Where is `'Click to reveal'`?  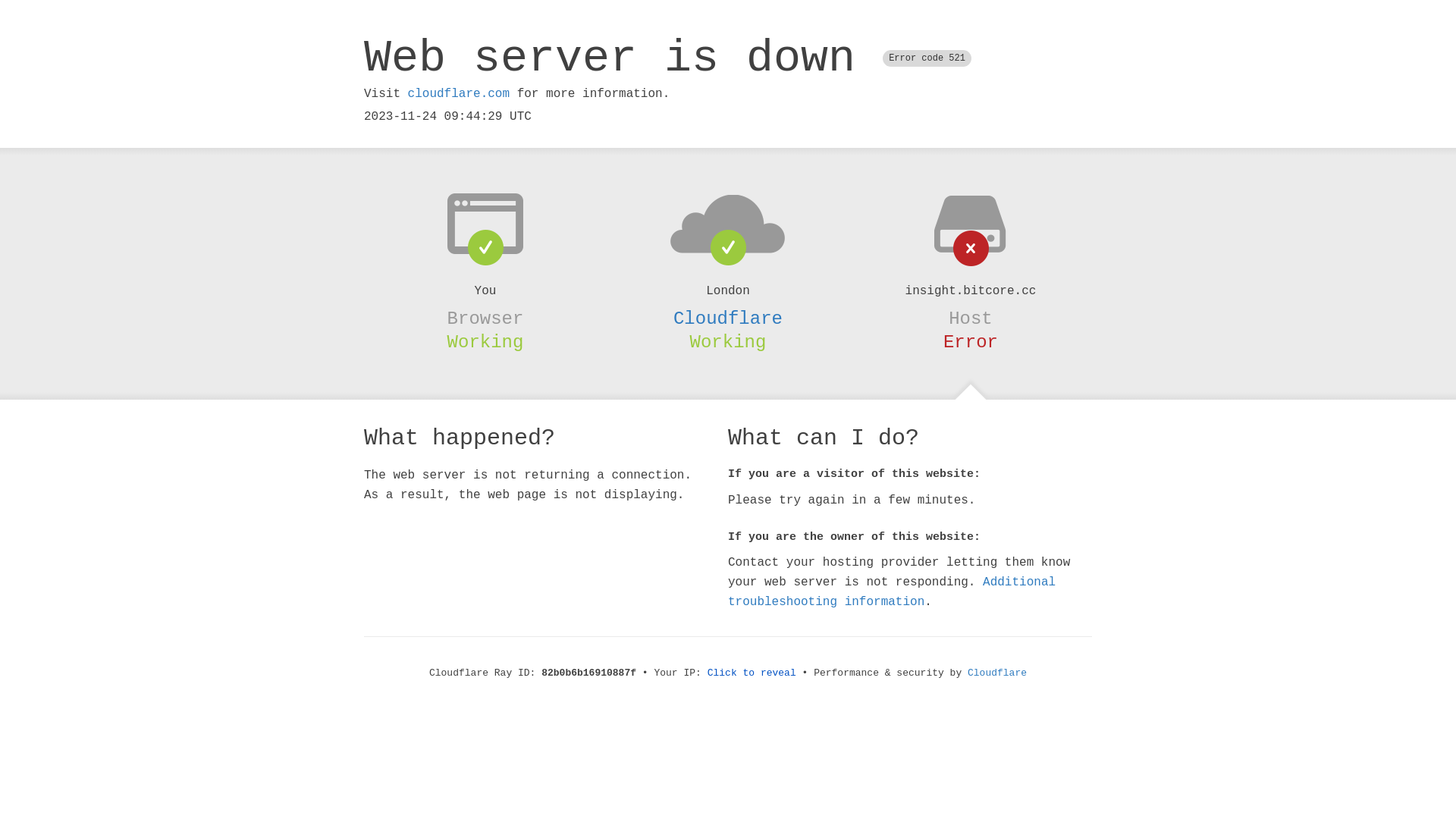
'Click to reveal' is located at coordinates (706, 672).